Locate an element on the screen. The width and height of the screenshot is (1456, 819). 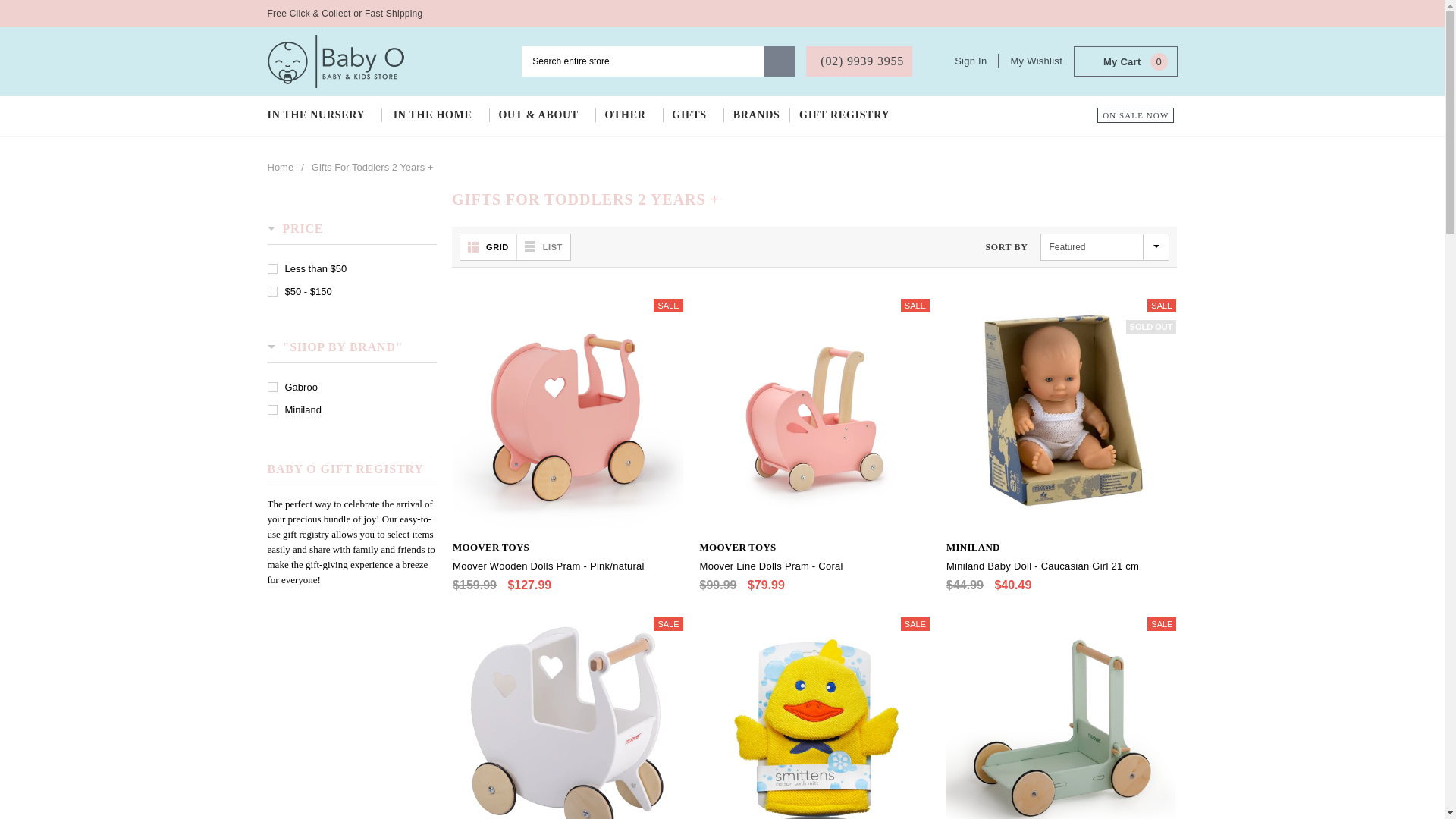
'GRID' is located at coordinates (459, 246).